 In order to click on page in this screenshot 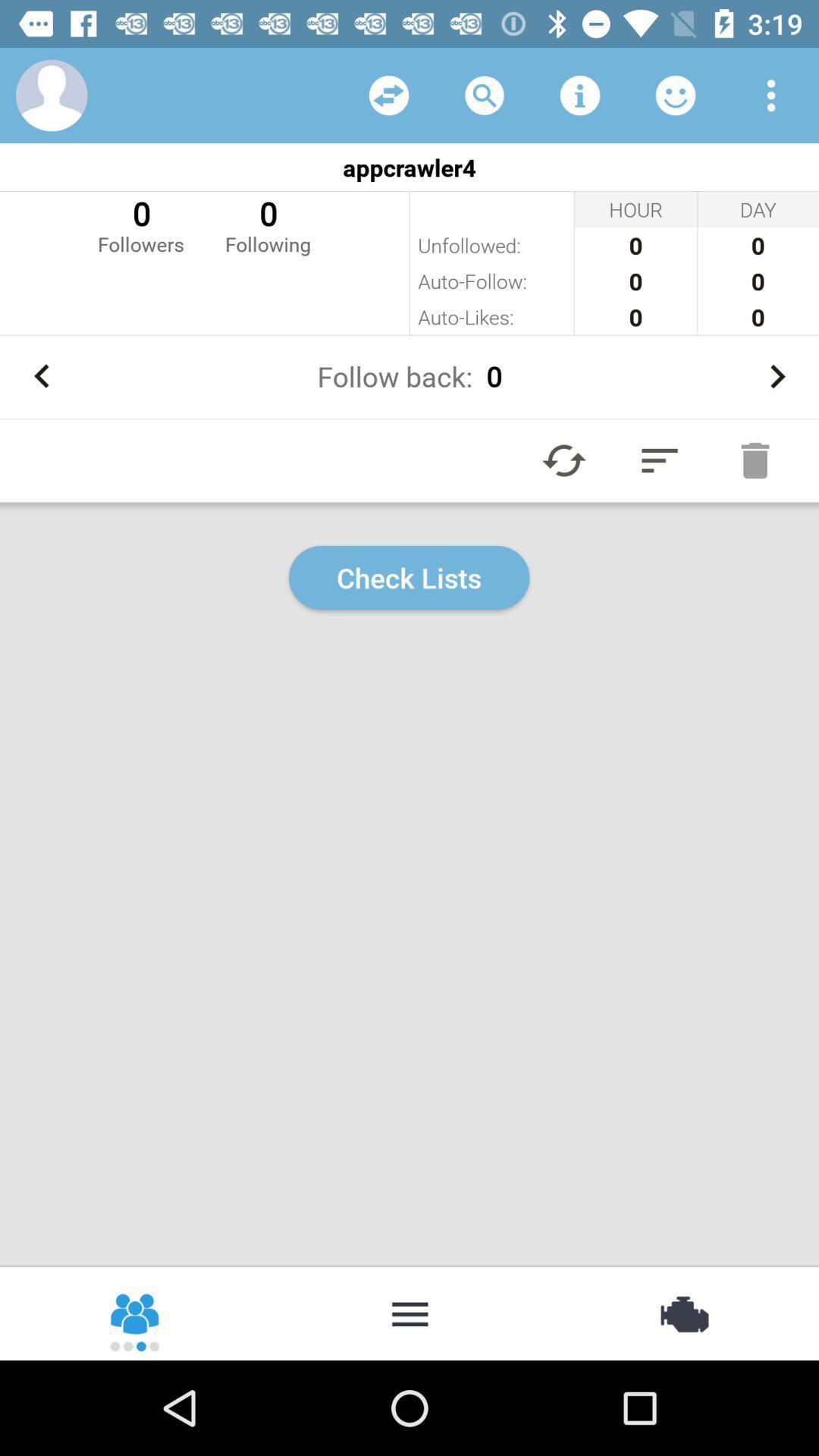, I will do `click(564, 460)`.